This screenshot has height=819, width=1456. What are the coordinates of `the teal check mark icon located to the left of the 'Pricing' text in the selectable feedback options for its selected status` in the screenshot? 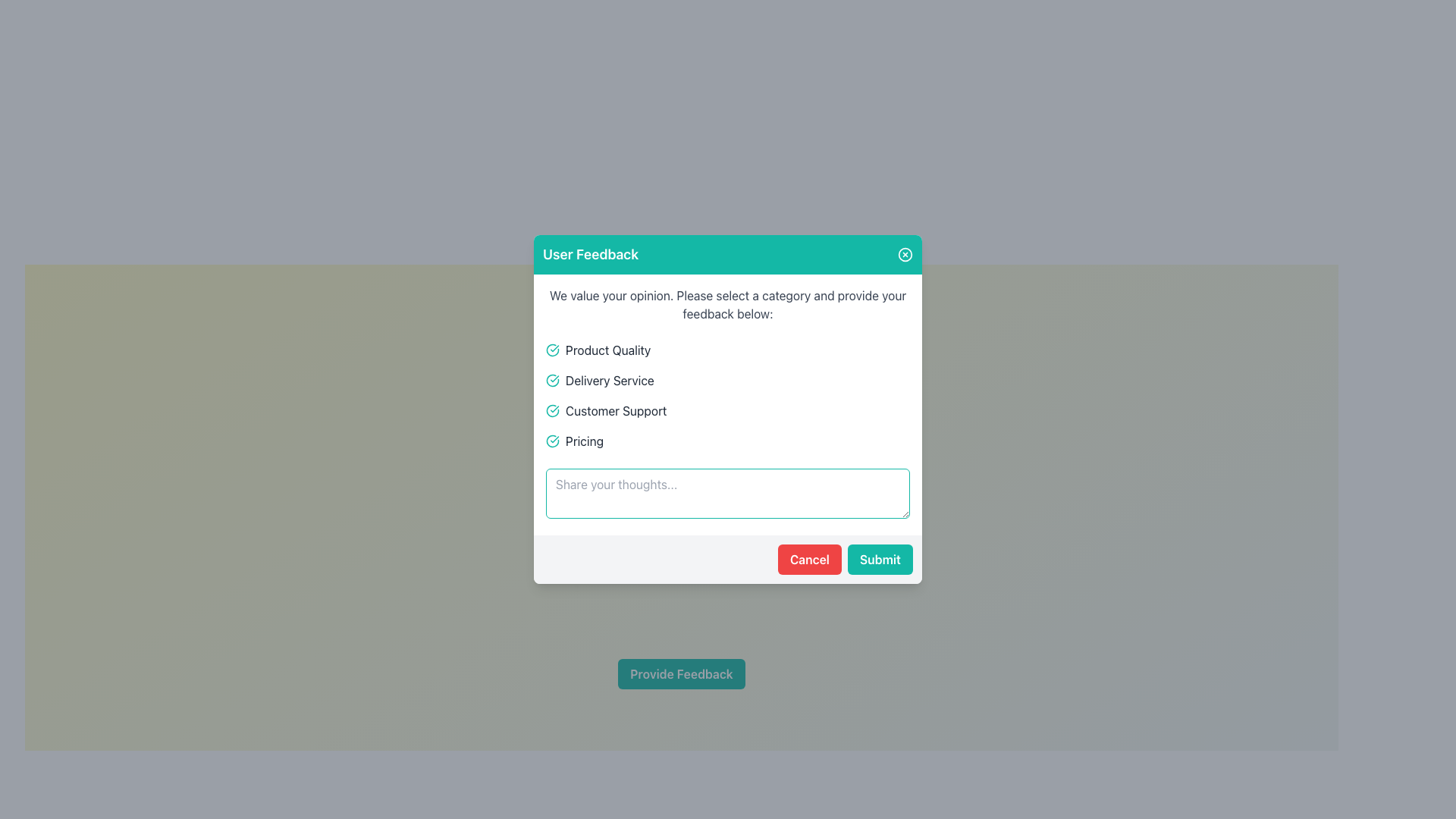 It's located at (552, 441).